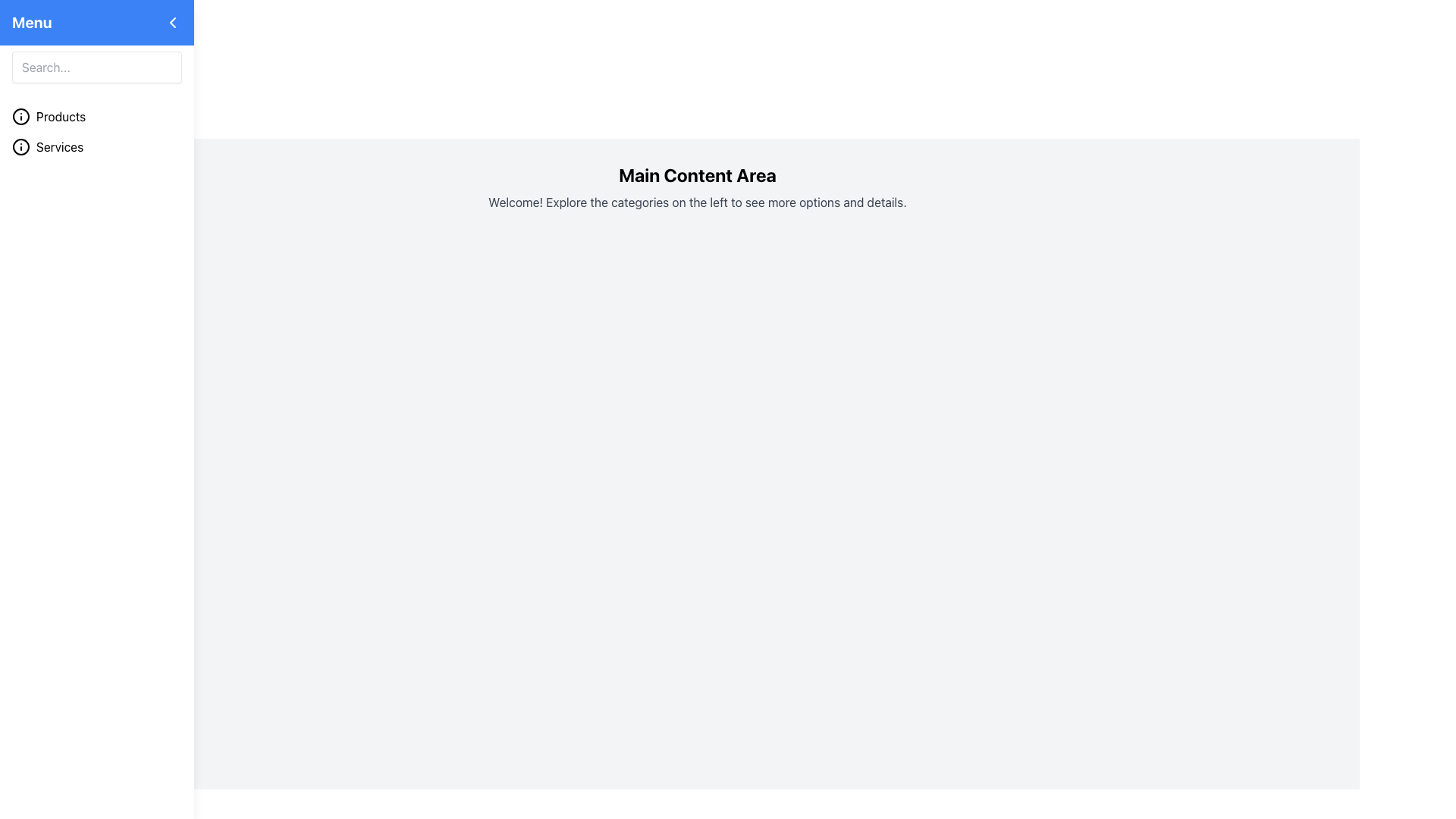 The width and height of the screenshot is (1456, 819). I want to click on the bold text label reading 'Menu' located at the top of the sidebar, which has a white color and is set against a blue background, so click(32, 23).